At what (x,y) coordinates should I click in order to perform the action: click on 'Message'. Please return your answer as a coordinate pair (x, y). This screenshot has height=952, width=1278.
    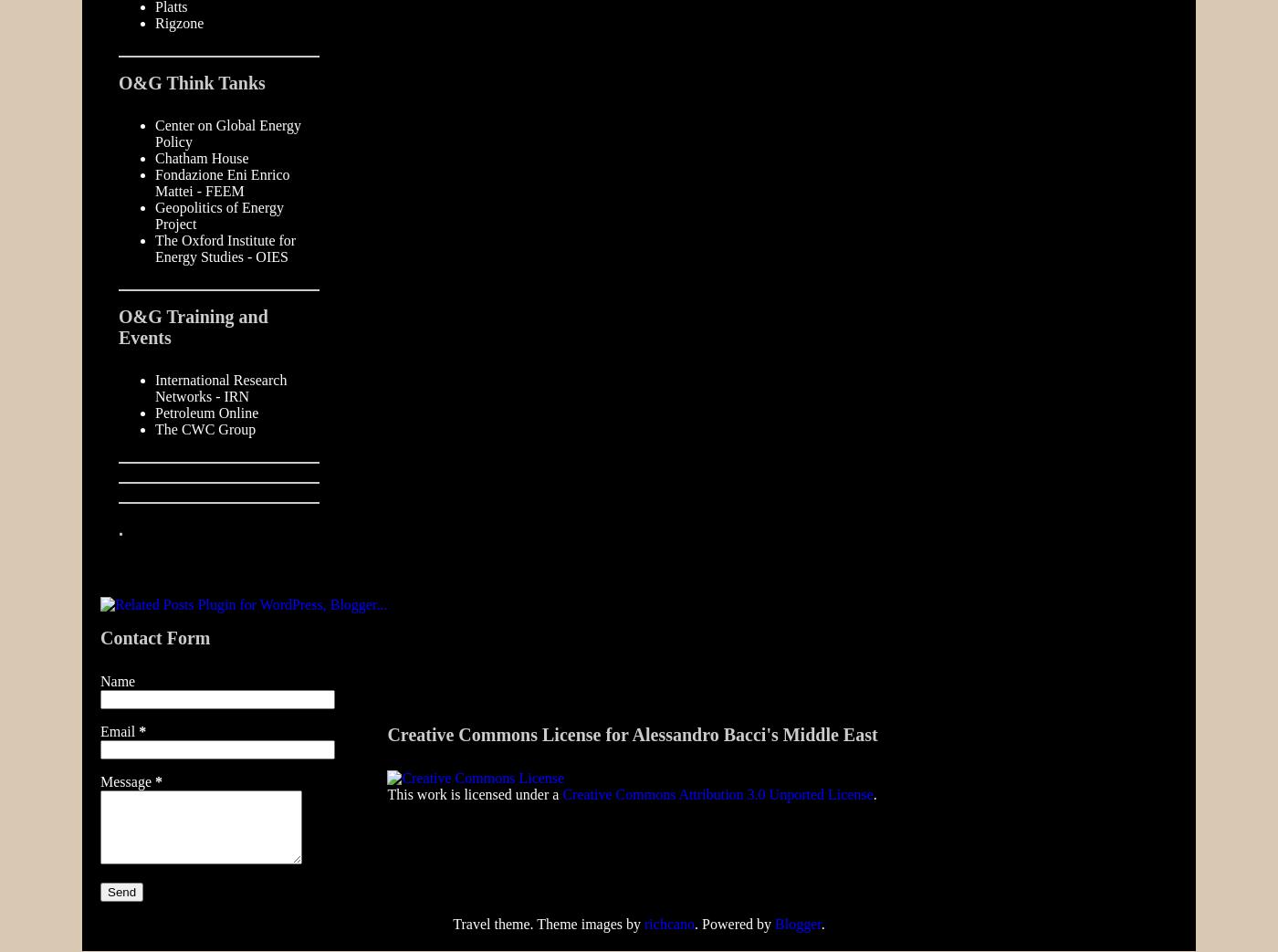
    Looking at the image, I should click on (127, 780).